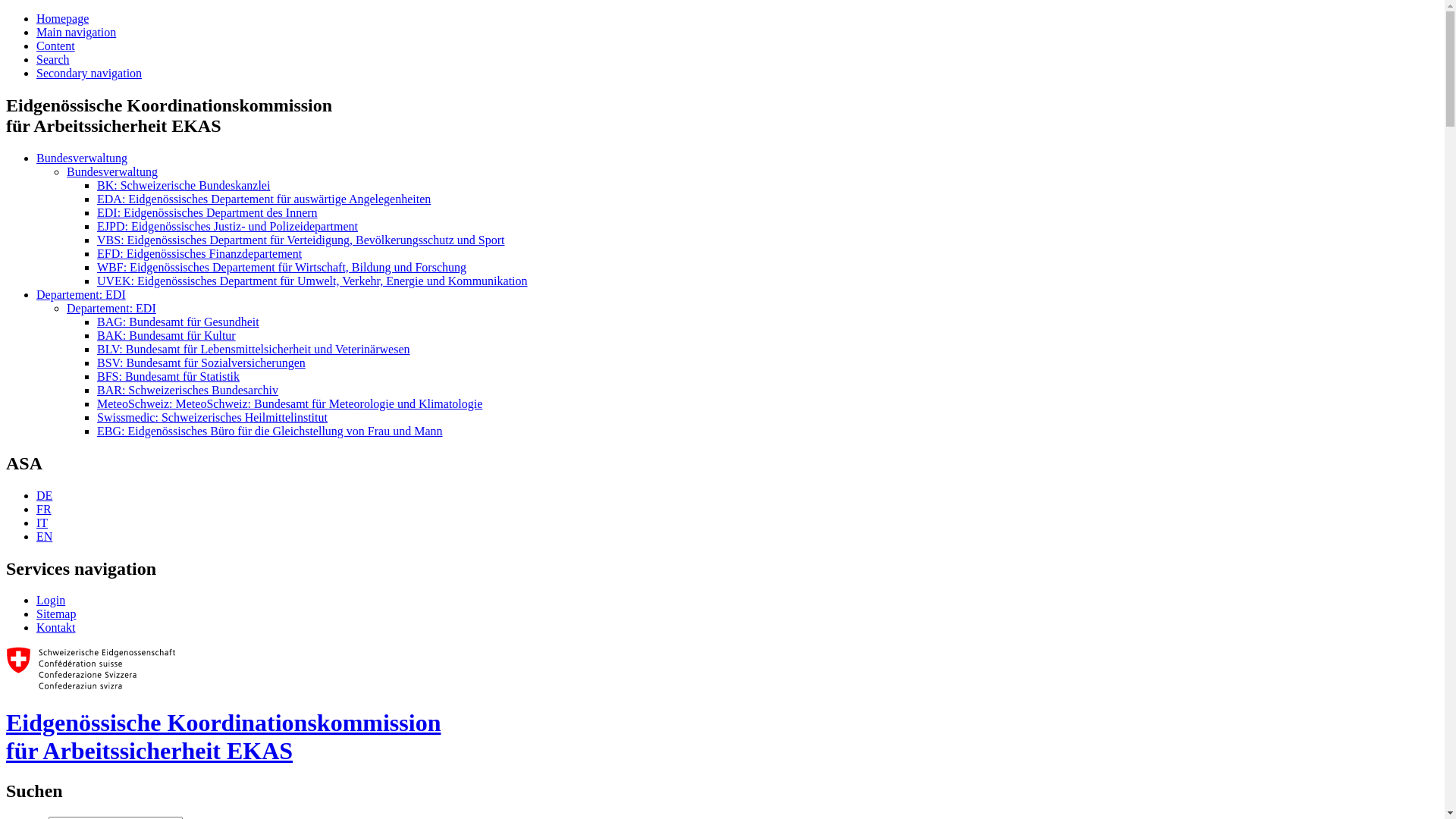 Image resolution: width=1456 pixels, height=819 pixels. Describe the element at coordinates (44, 495) in the screenshot. I see `'DE'` at that location.